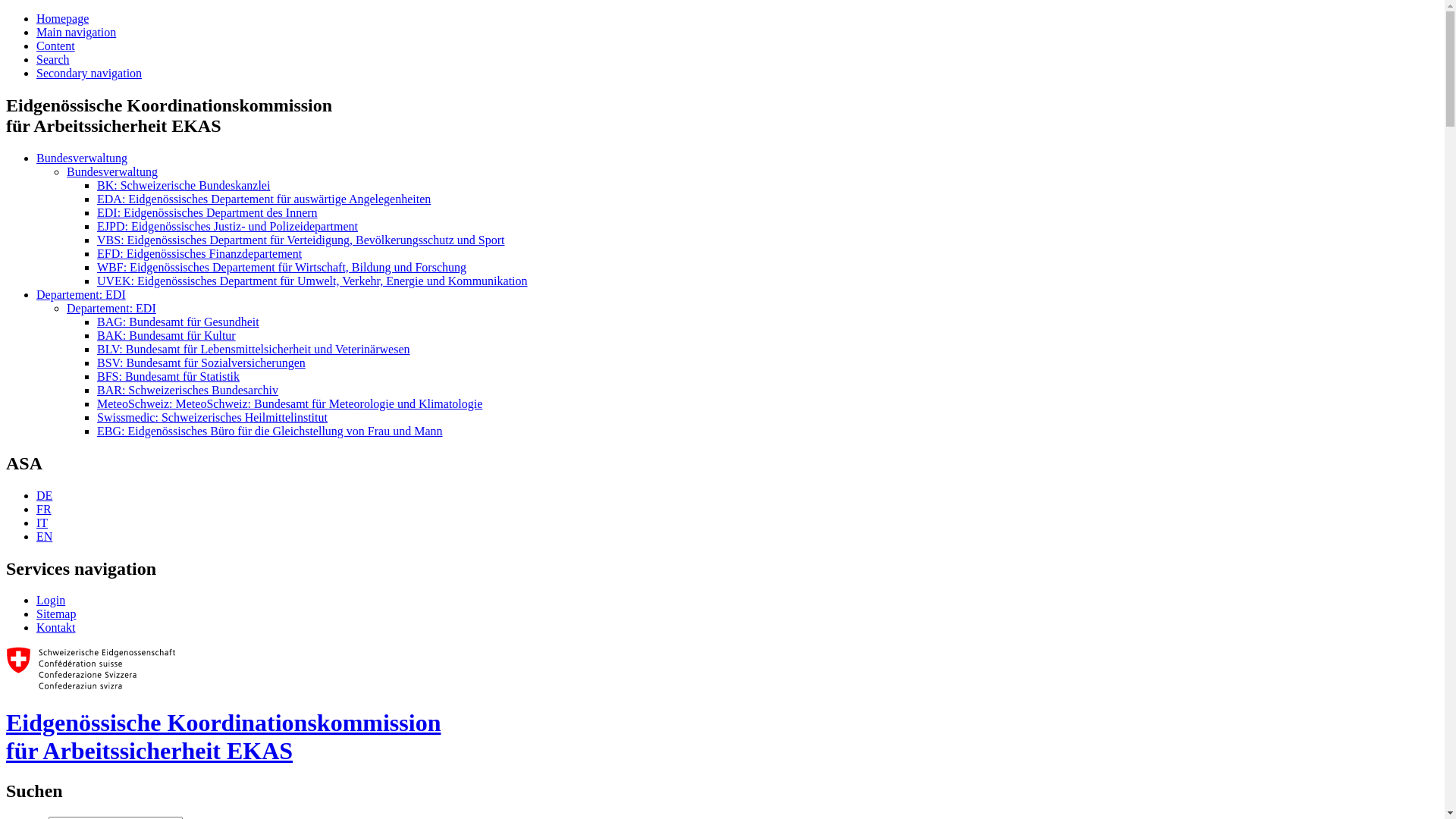 Image resolution: width=1456 pixels, height=819 pixels. Describe the element at coordinates (44, 495) in the screenshot. I see `'DE'` at that location.